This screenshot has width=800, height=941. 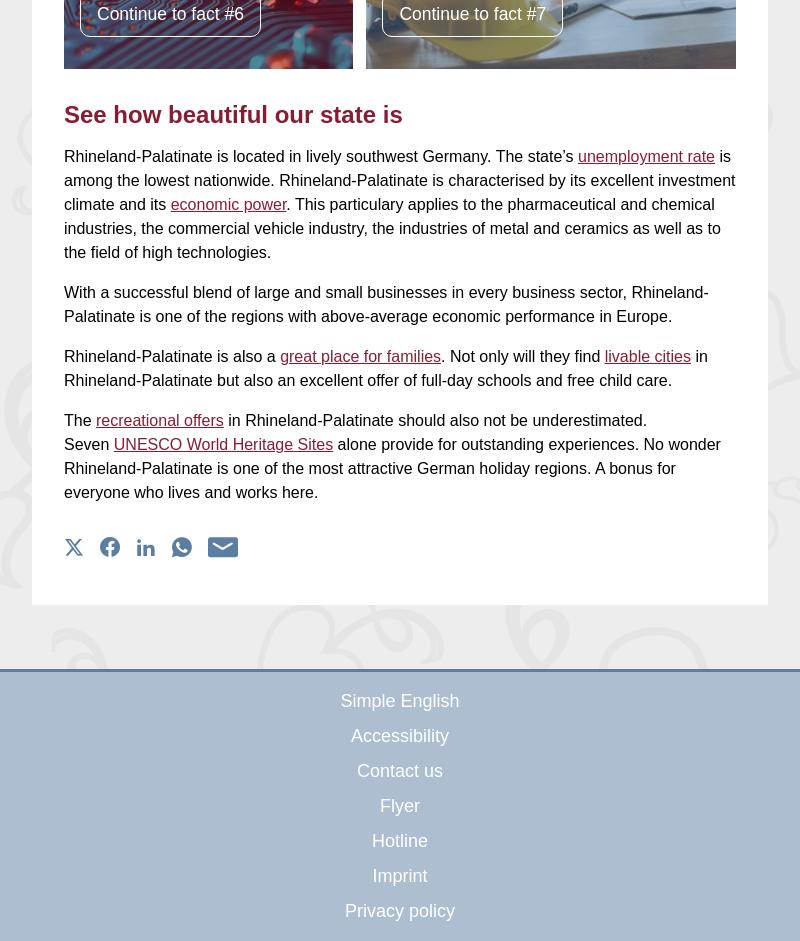 I want to click on 'alone provide for outstanding experiences. No wonder Rhineland-Palatinate is one of the most attractive German holiday regions. A bonus for everyone who lives and works here.', so click(x=391, y=468).